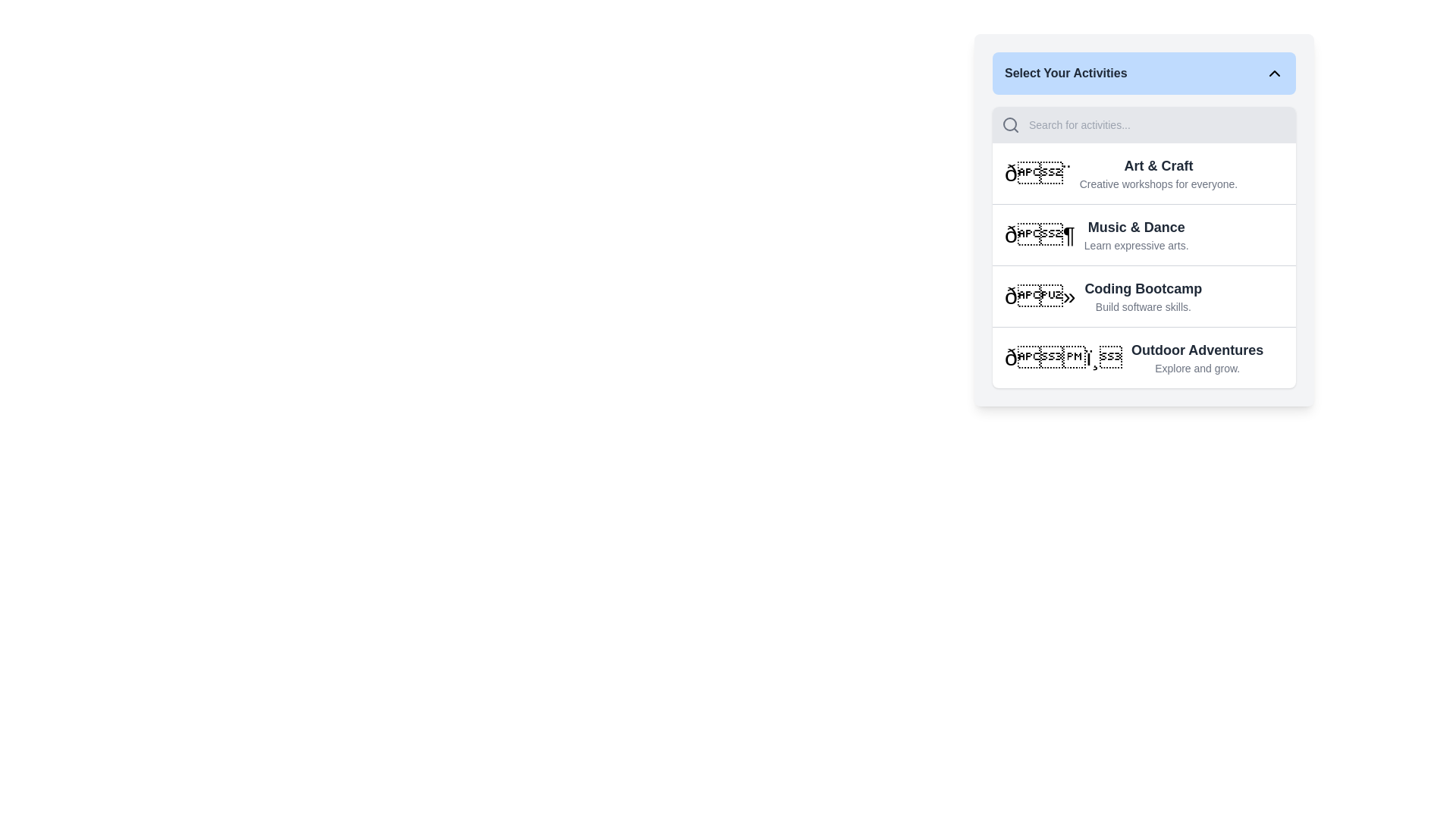 This screenshot has height=819, width=1456. What do you see at coordinates (1135, 234) in the screenshot?
I see `the 'Music & Dance' text block, which is the second item in a vertically aligned list of options` at bounding box center [1135, 234].